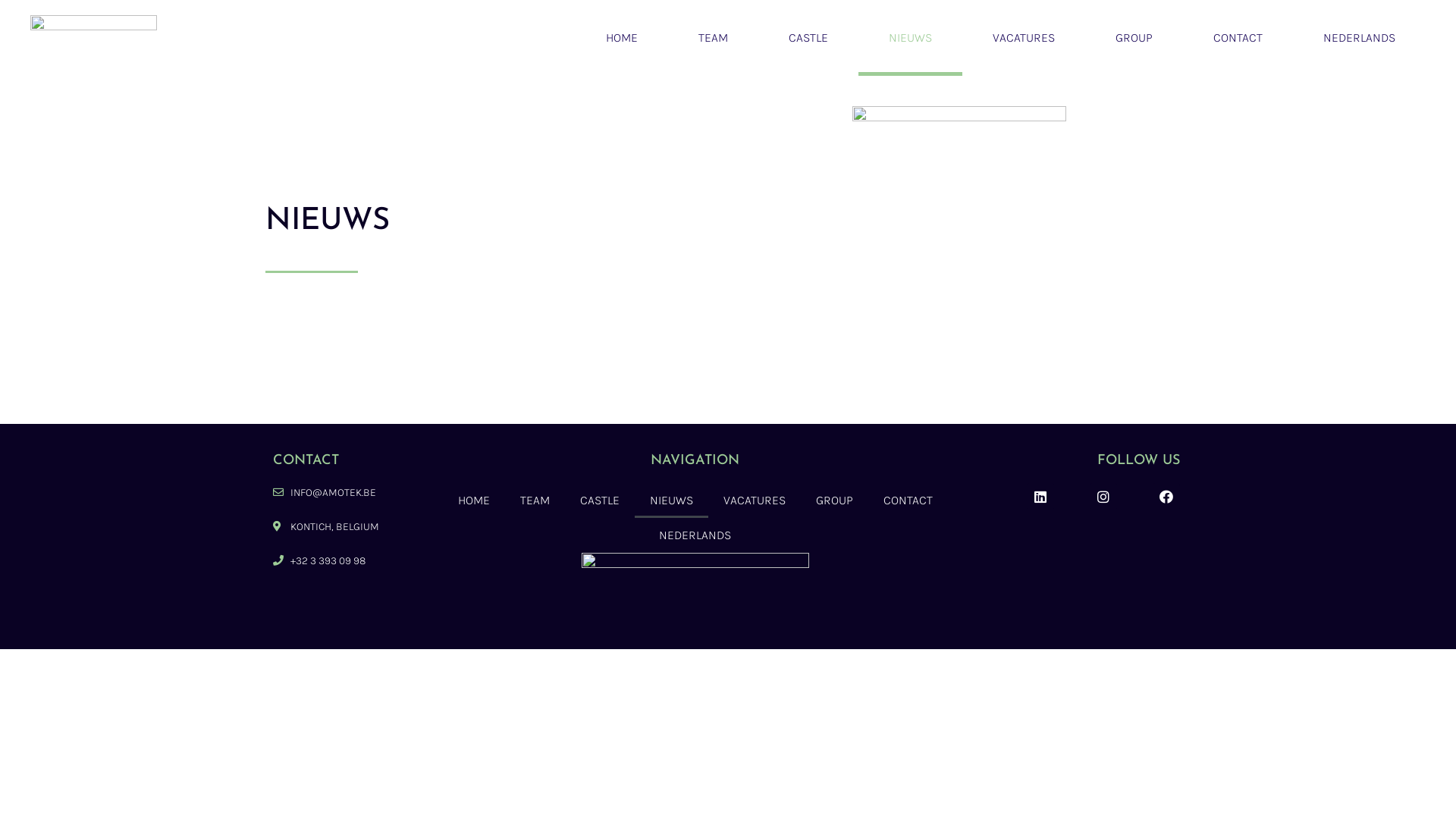  What do you see at coordinates (472, 500) in the screenshot?
I see `'HOME'` at bounding box center [472, 500].